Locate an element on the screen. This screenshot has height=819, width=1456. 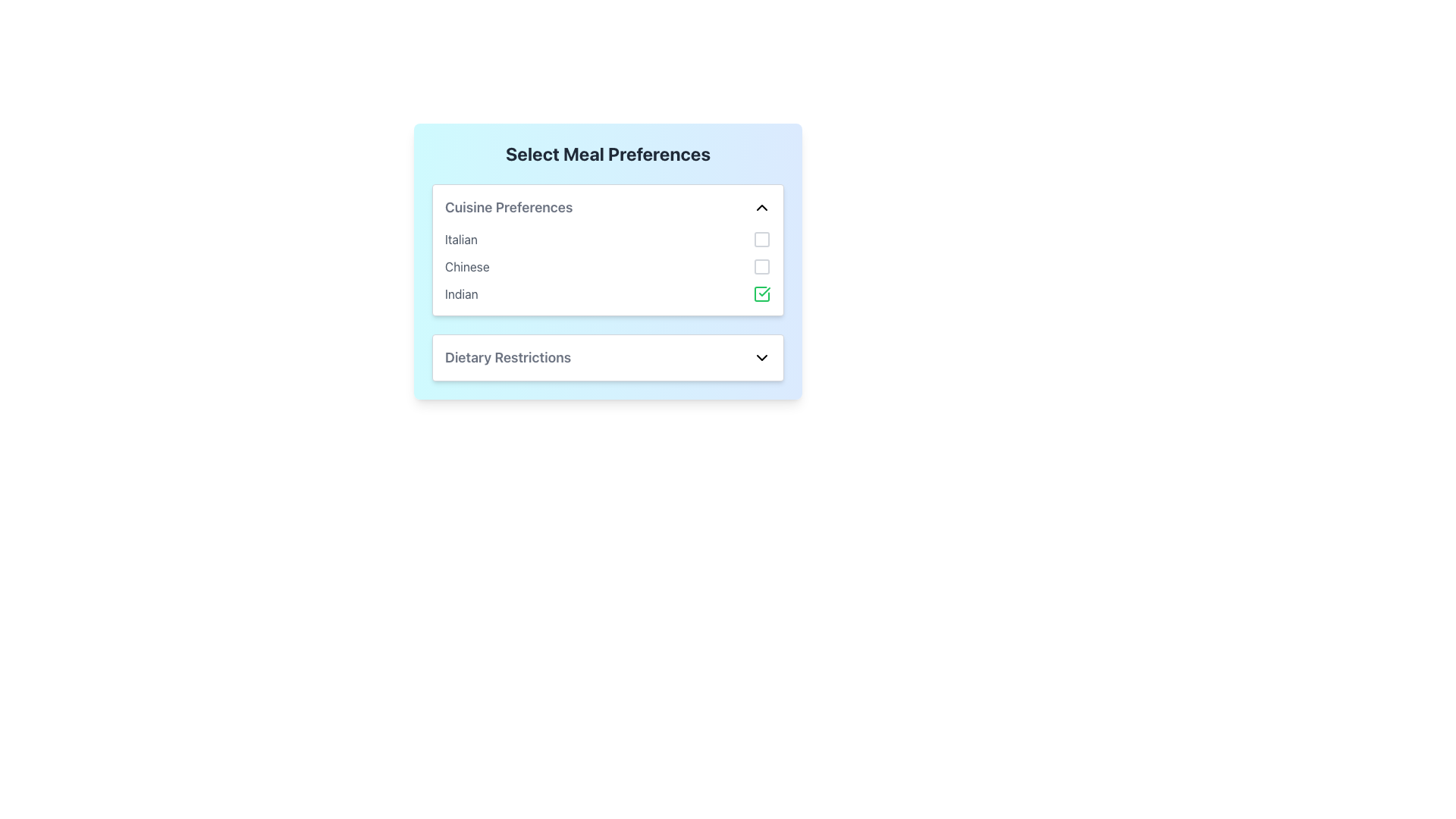
the 'Select Meal Preferences' component is located at coordinates (607, 260).